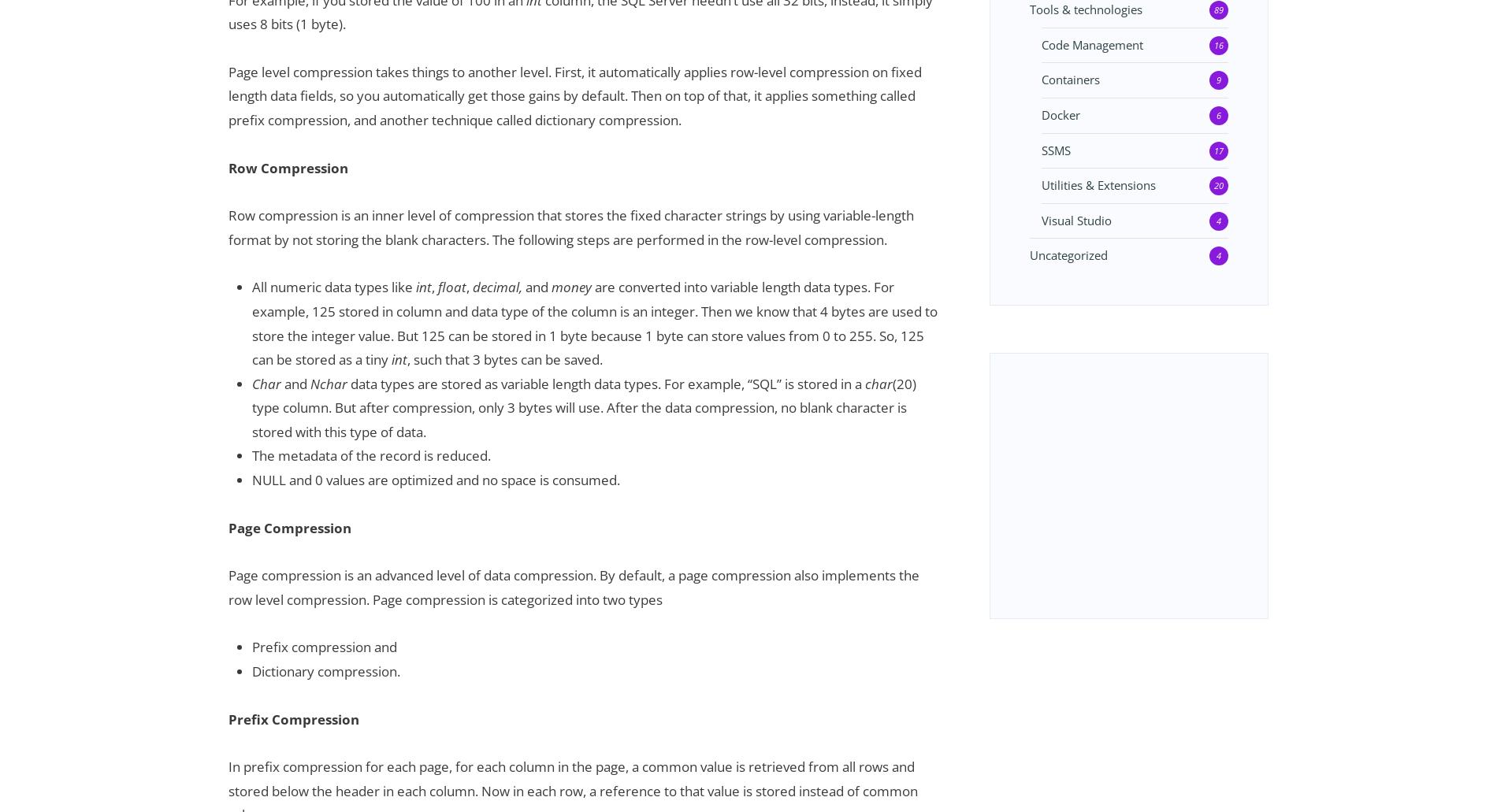 The height and width of the screenshot is (812, 1497). I want to click on 'money', so click(570, 286).